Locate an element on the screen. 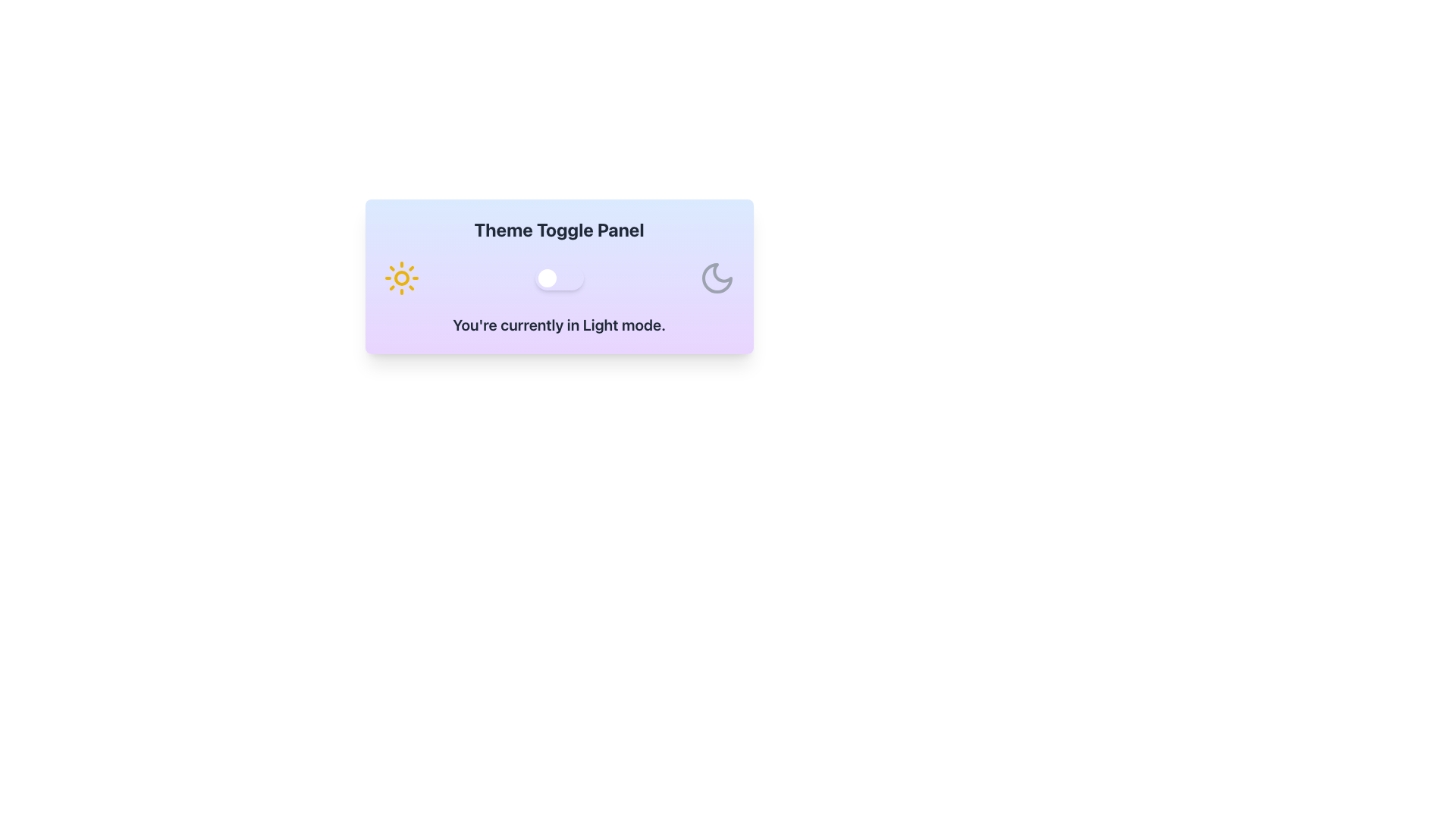 This screenshot has height=819, width=1456. the text section displaying 'Theme Toggle Panel', which is bold and large, located at the top of the panel, centered horizontally is located at coordinates (558, 230).